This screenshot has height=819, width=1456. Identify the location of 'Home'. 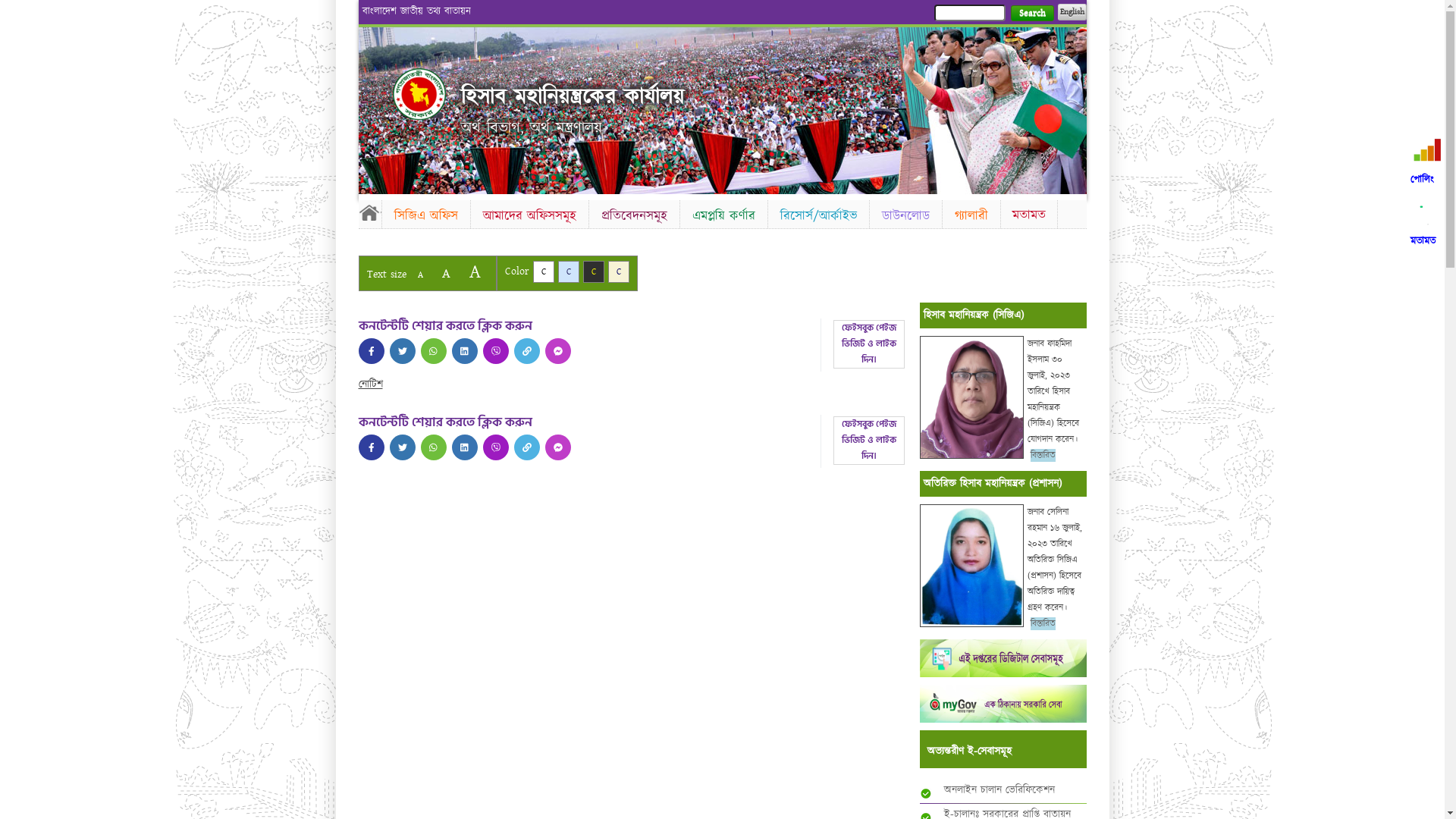
(419, 93).